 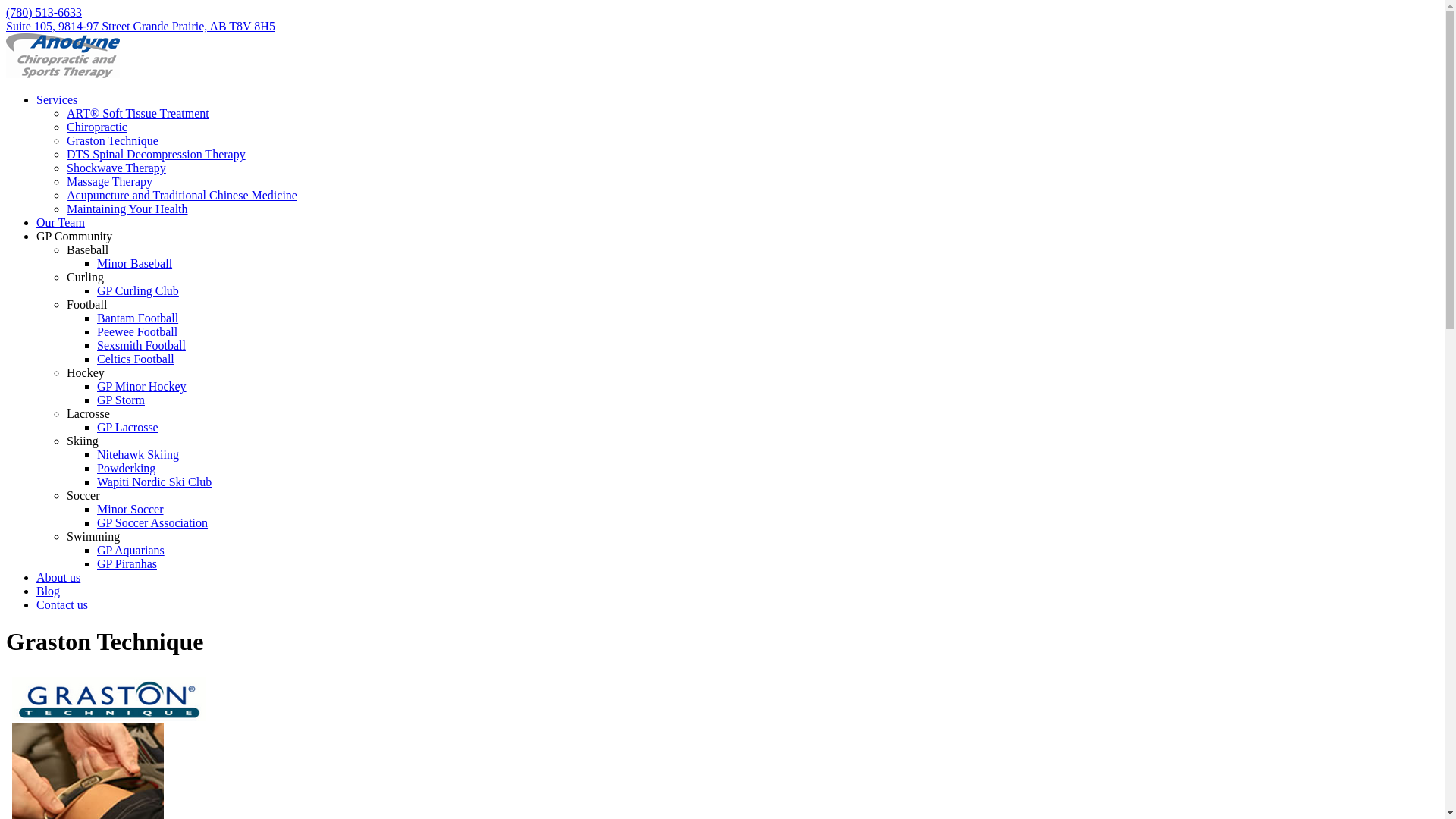 What do you see at coordinates (86, 304) in the screenshot?
I see `'Football'` at bounding box center [86, 304].